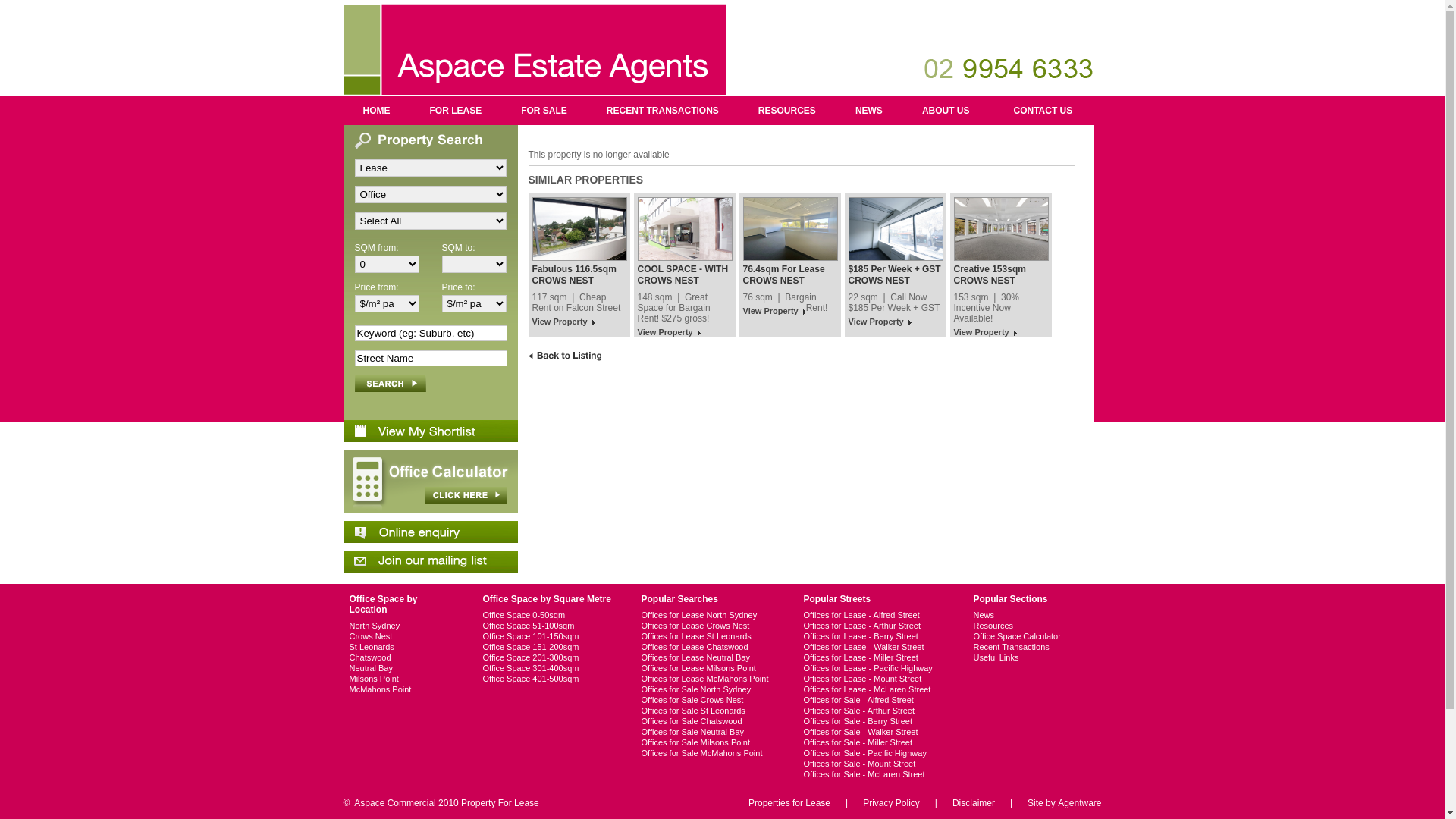 Image resolution: width=1456 pixels, height=819 pixels. I want to click on 'NEWS', so click(869, 110).